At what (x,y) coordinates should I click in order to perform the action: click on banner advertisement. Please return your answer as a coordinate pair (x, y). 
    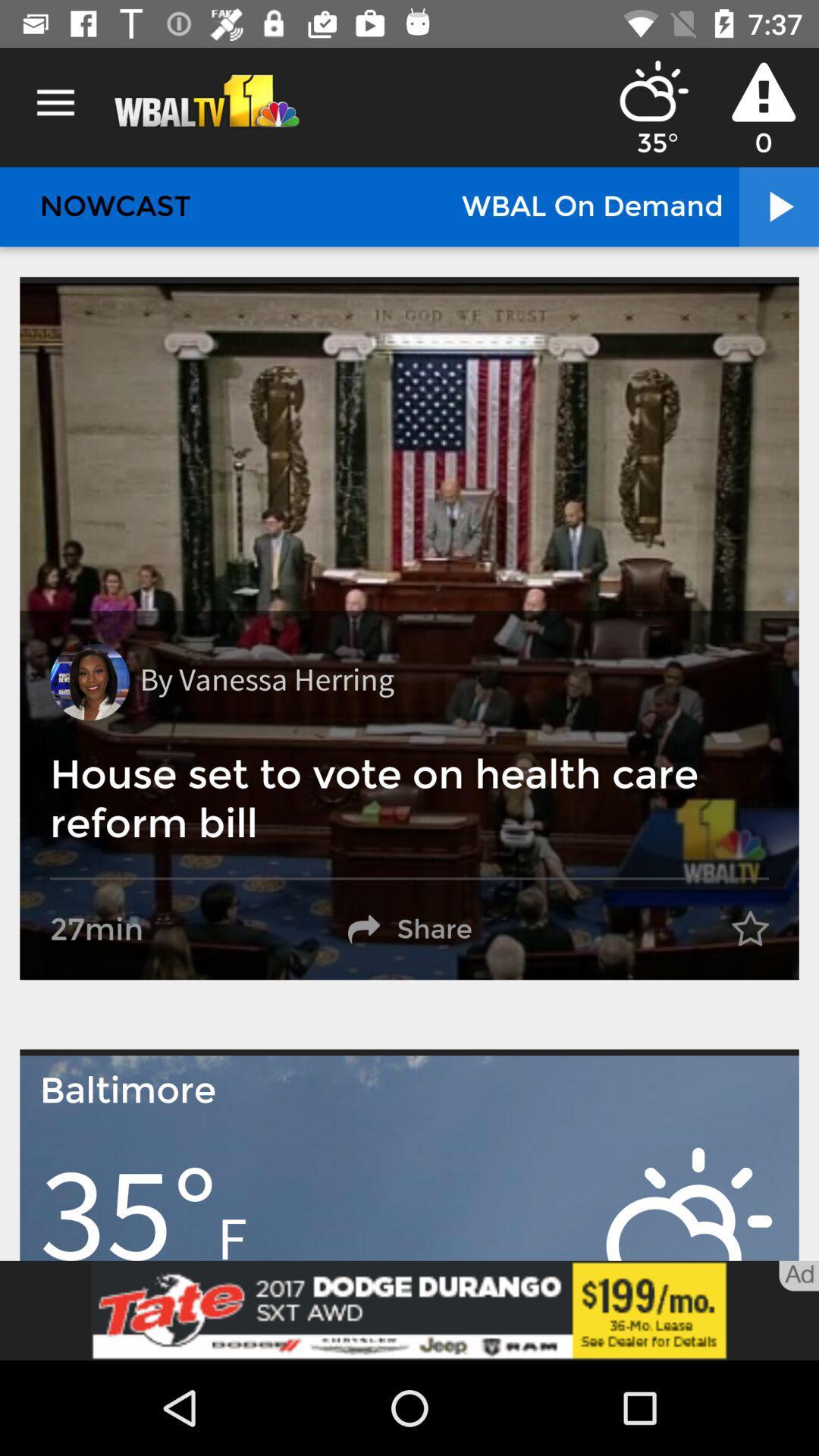
    Looking at the image, I should click on (409, 1310).